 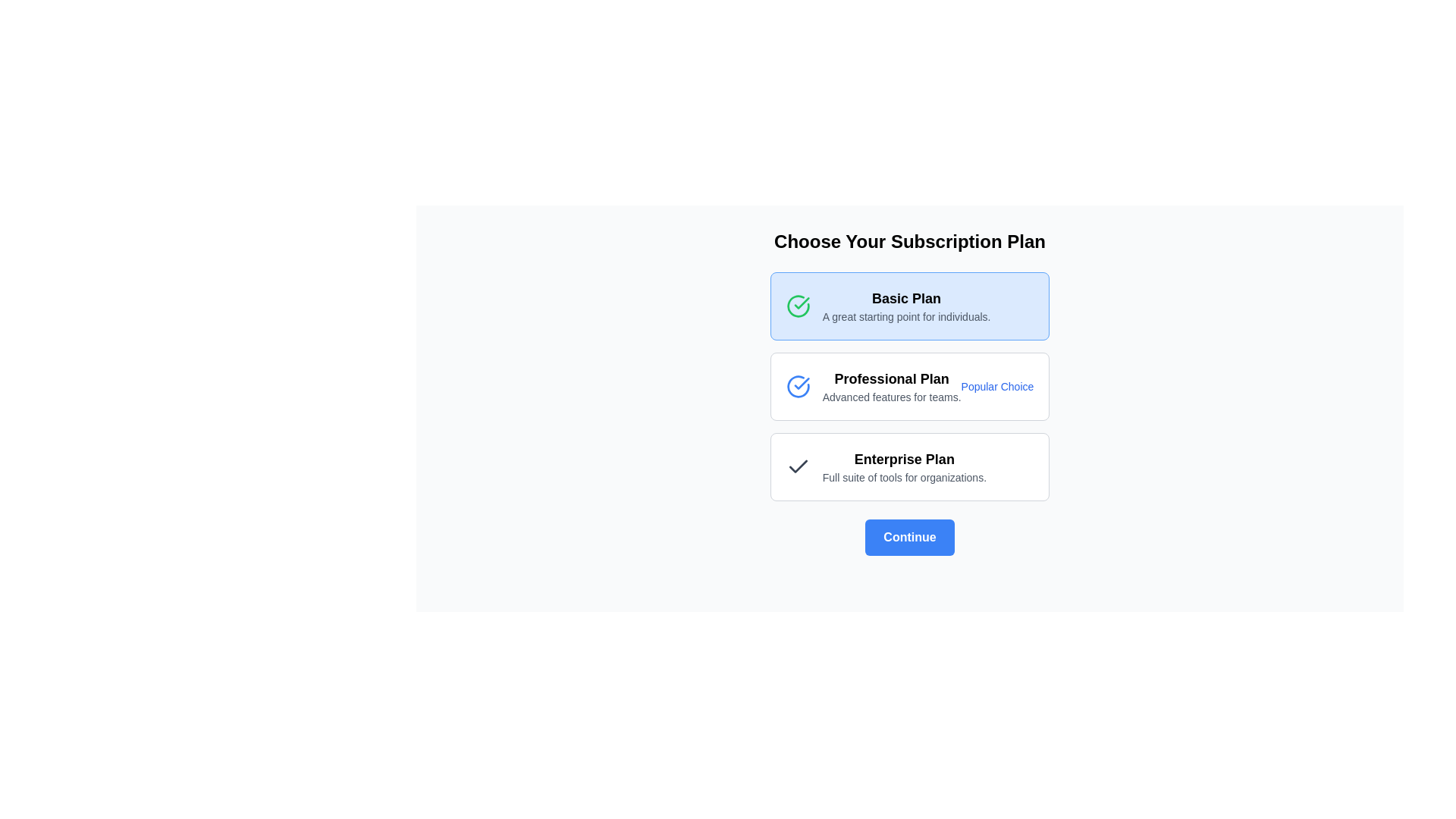 What do you see at coordinates (906, 298) in the screenshot?
I see `the text label indicating the 'Basic Plan' subscription option, which is positioned at the top-left of the subscription options group` at bounding box center [906, 298].